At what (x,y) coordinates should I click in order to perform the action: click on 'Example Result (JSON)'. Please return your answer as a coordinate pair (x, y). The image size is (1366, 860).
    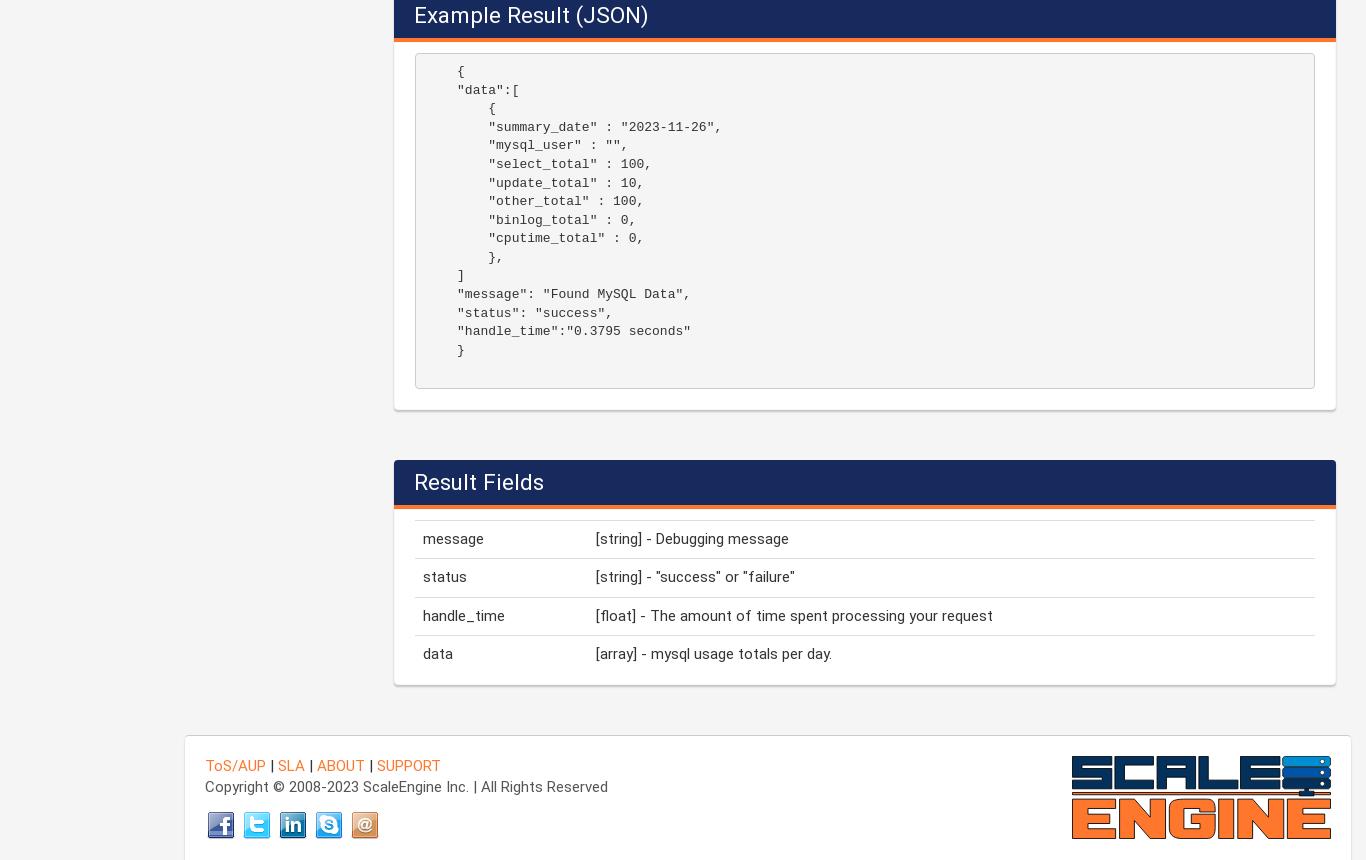
    Looking at the image, I should click on (531, 14).